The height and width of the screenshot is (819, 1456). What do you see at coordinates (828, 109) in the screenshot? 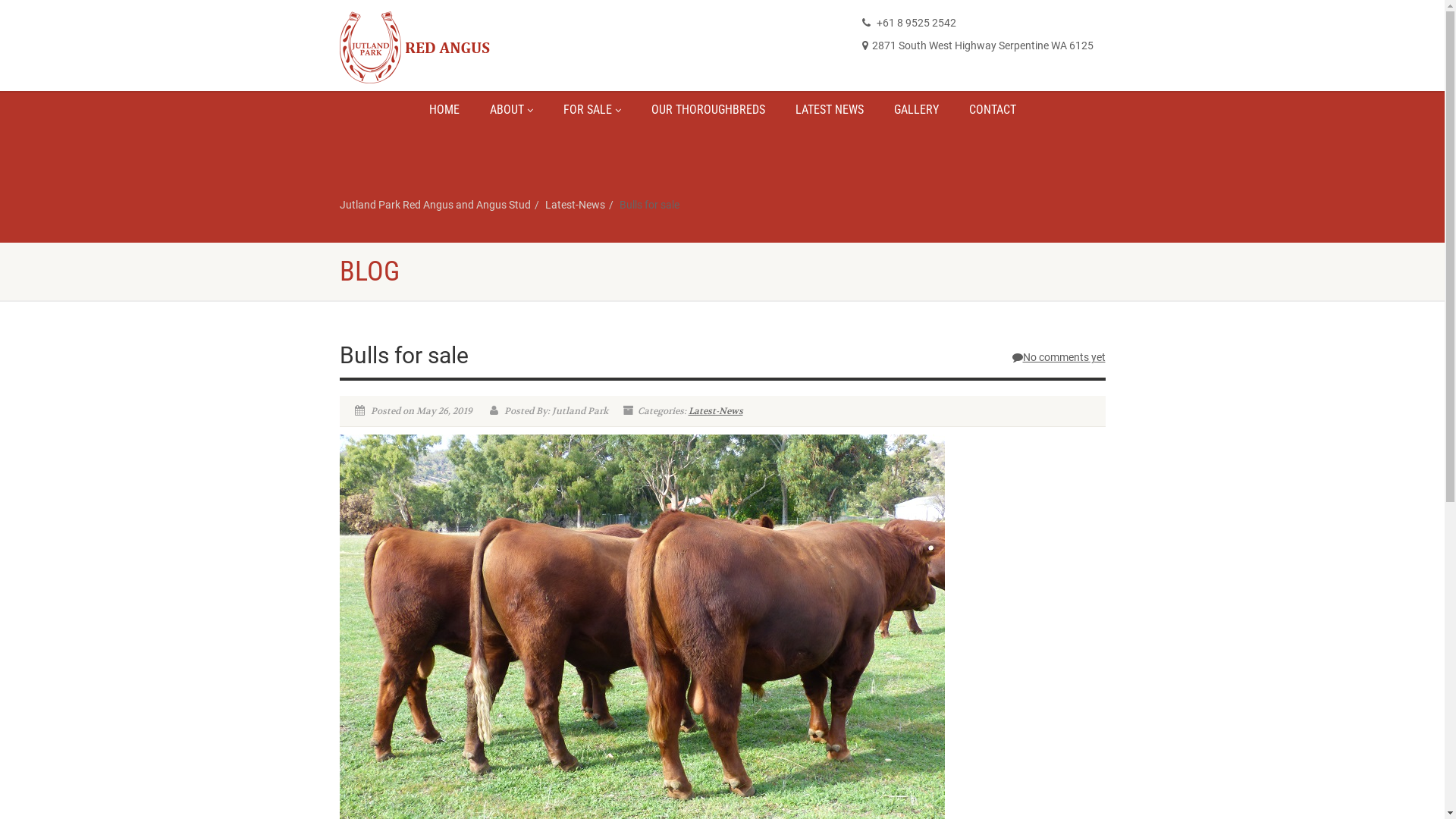
I see `'LATEST NEWS'` at bounding box center [828, 109].